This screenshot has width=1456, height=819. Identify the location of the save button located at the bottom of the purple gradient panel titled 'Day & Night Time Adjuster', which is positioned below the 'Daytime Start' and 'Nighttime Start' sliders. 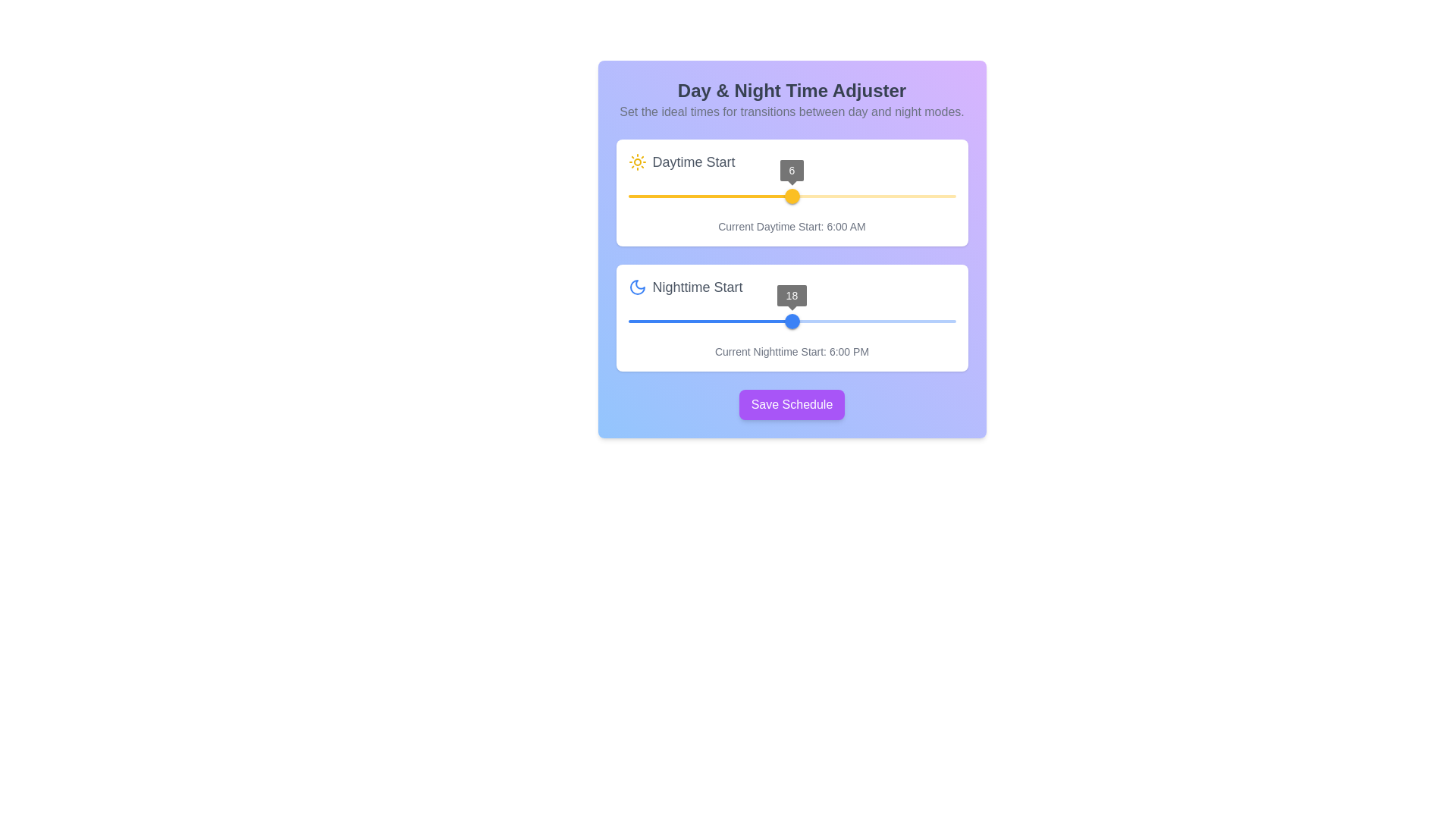
(791, 403).